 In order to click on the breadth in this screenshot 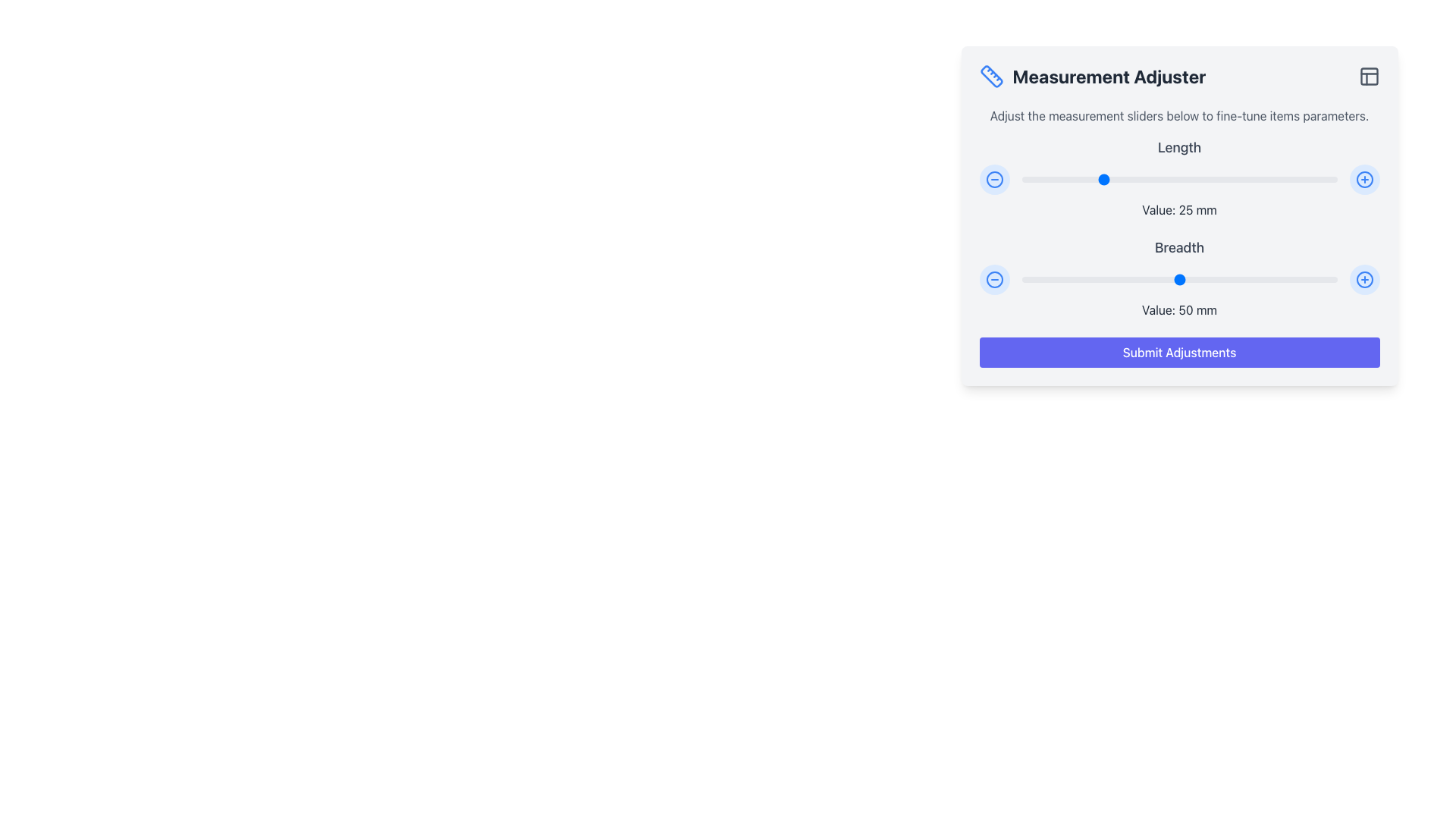, I will do `click(1194, 280)`.